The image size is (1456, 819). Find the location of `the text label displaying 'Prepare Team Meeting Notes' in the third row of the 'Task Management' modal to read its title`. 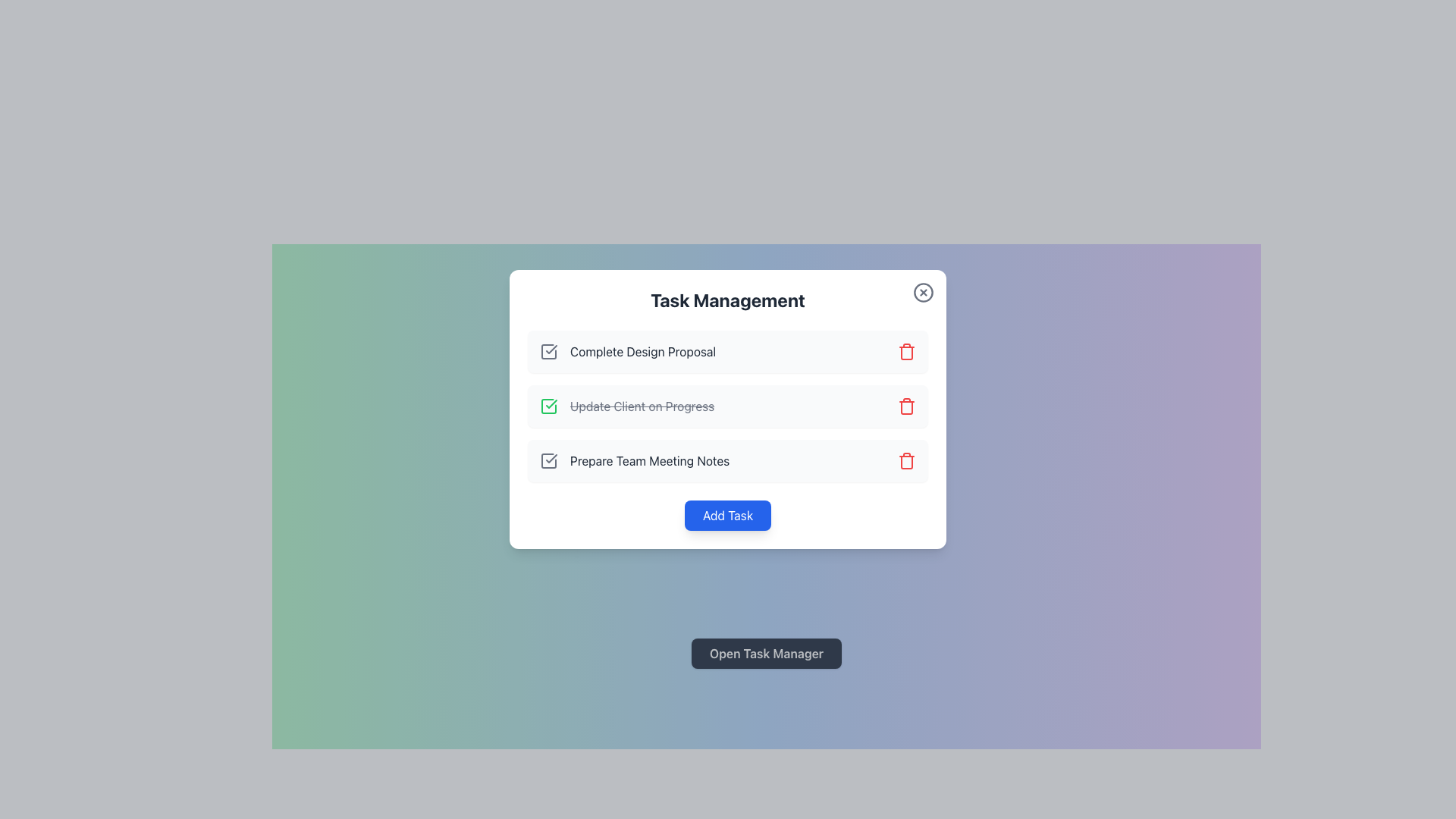

the text label displaying 'Prepare Team Meeting Notes' in the third row of the 'Task Management' modal to read its title is located at coordinates (635, 460).